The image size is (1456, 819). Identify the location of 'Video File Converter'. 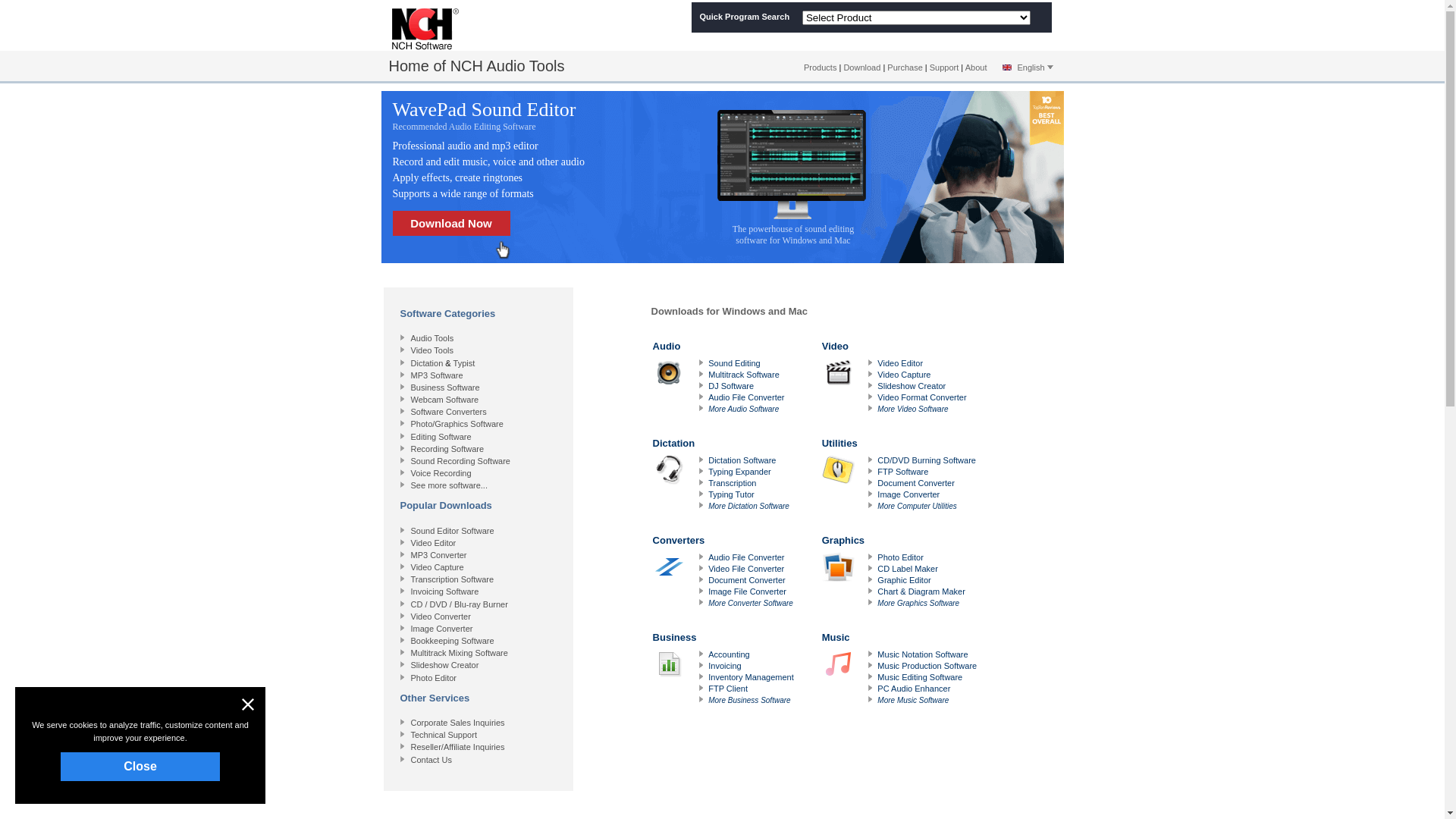
(745, 568).